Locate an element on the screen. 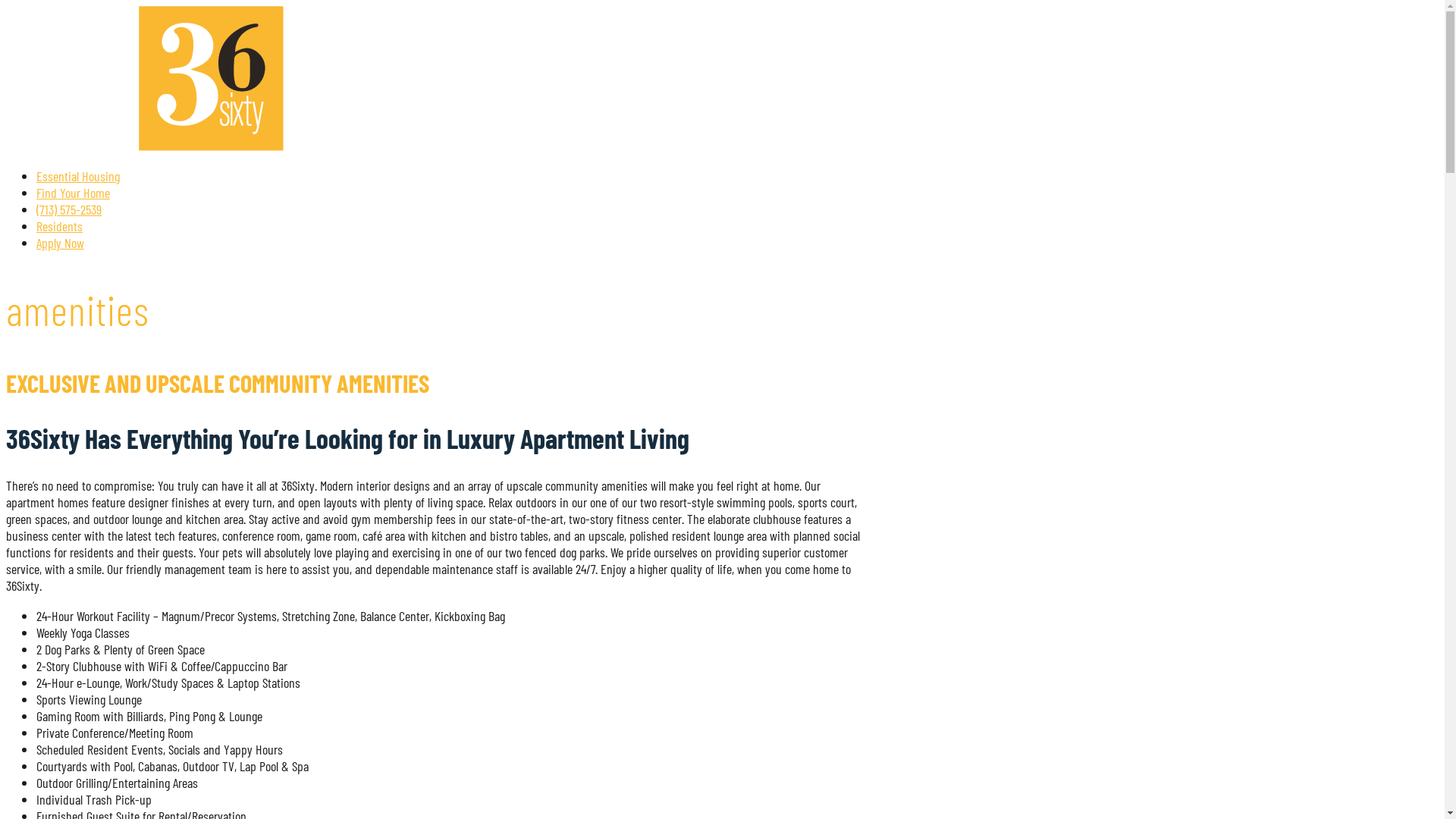 Image resolution: width=1456 pixels, height=819 pixels. 'Residents' is located at coordinates (59, 225).